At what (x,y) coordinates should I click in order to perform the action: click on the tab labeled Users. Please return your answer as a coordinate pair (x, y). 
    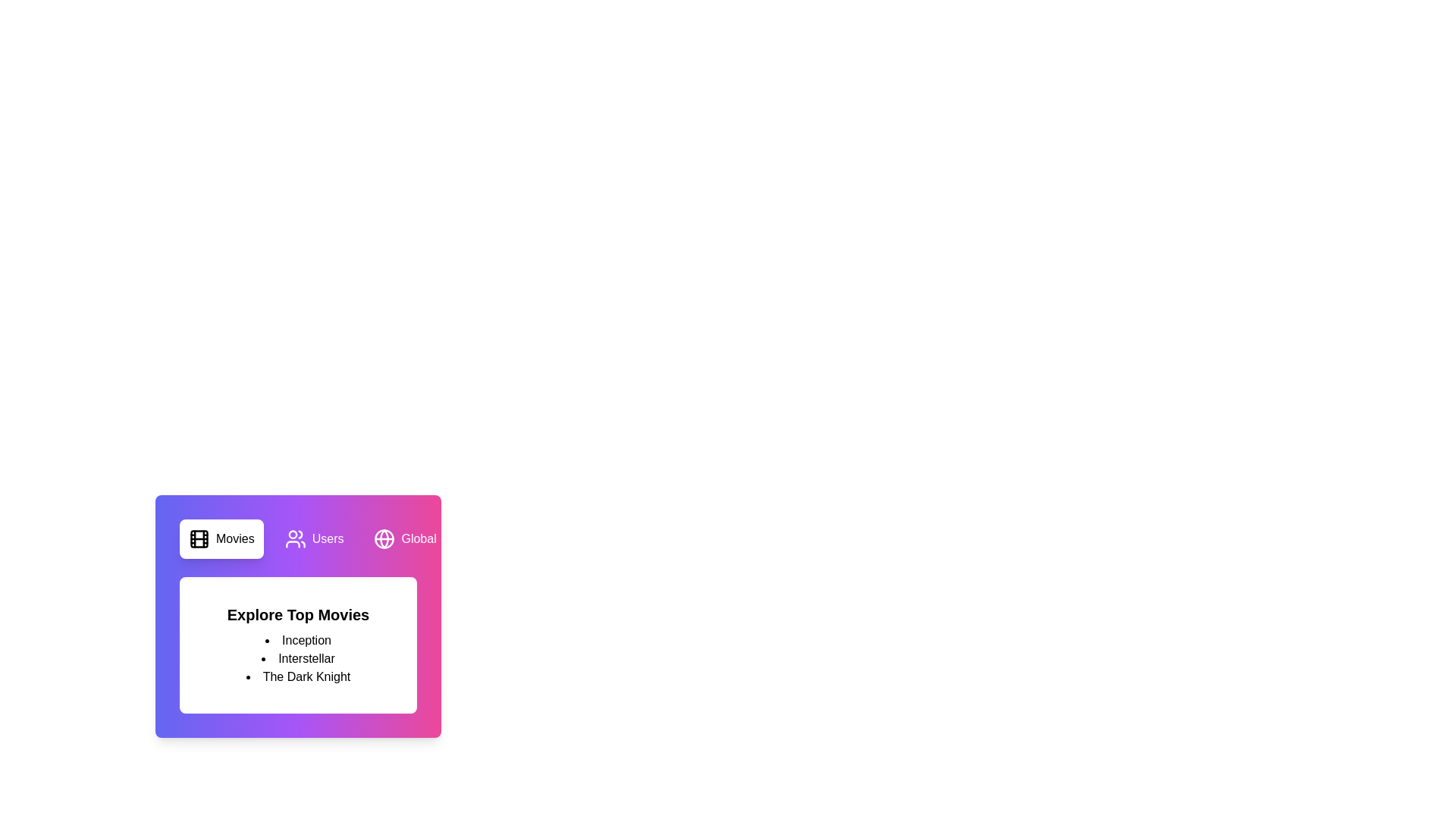
    Looking at the image, I should click on (312, 538).